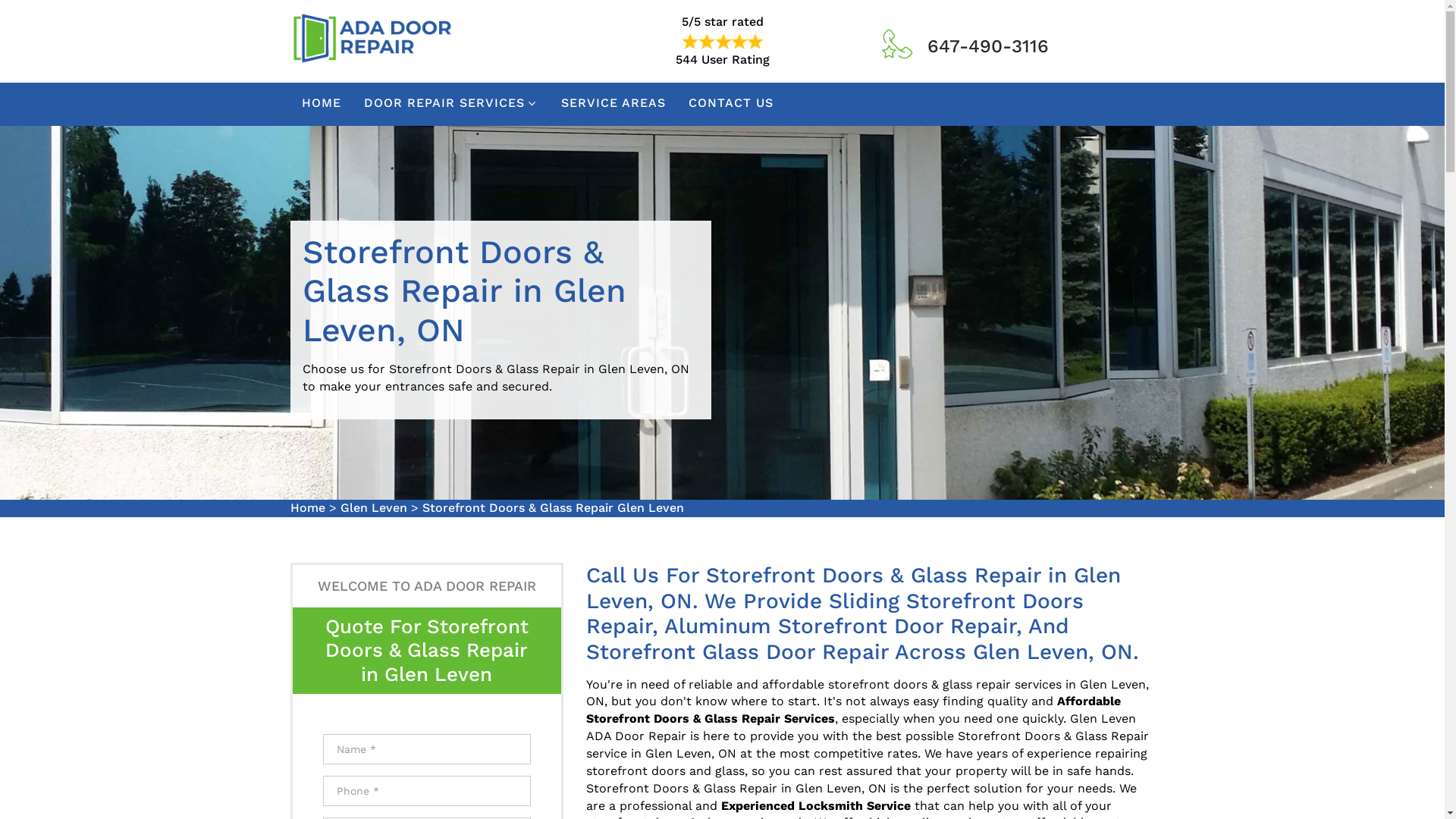 This screenshot has width=1456, height=819. Describe the element at coordinates (987, 45) in the screenshot. I see `'647-490-3116'` at that location.